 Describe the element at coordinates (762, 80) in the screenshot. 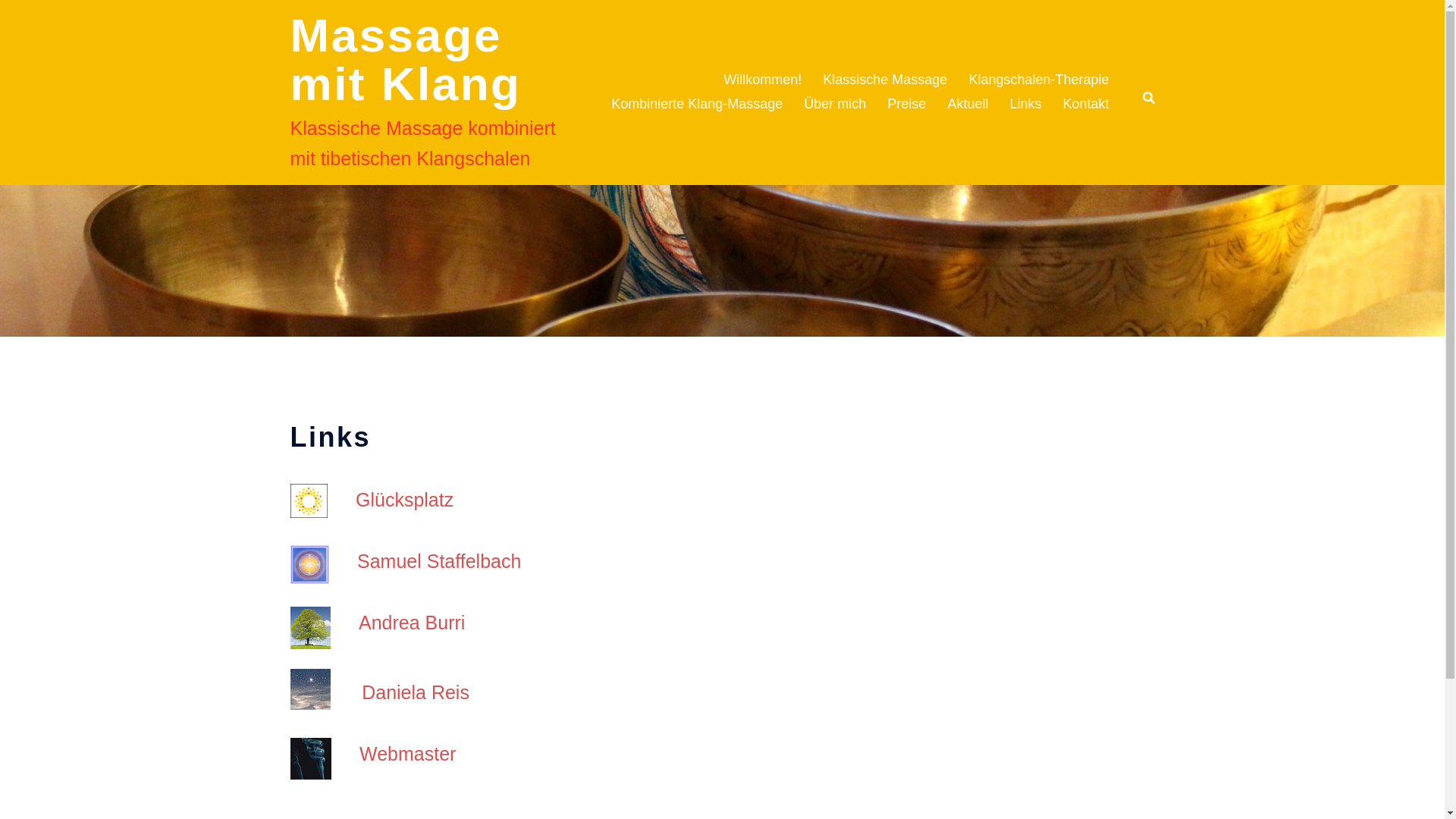

I see `'Willkommen!'` at that location.